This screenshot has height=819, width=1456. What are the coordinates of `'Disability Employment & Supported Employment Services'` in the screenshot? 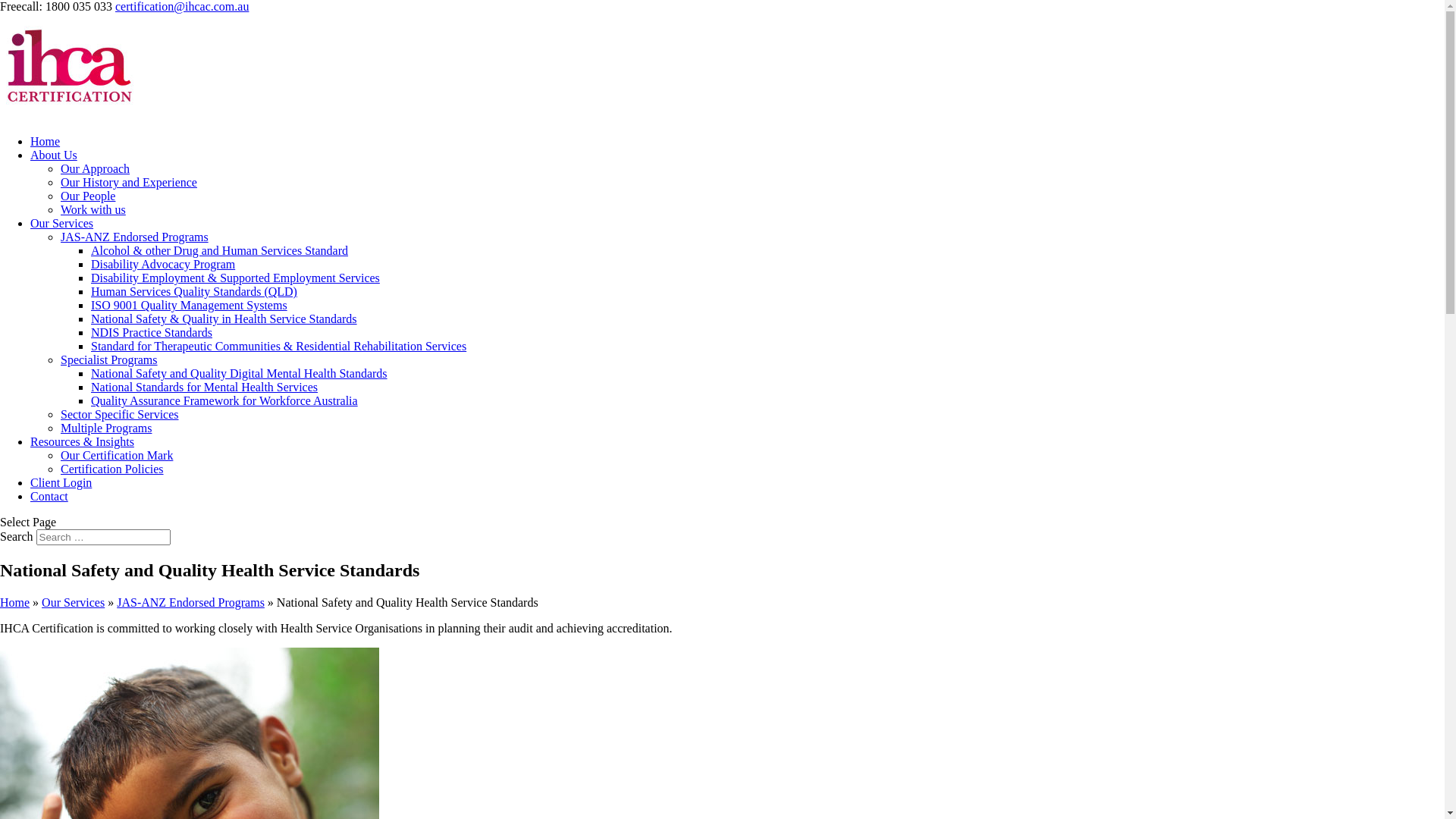 It's located at (234, 278).